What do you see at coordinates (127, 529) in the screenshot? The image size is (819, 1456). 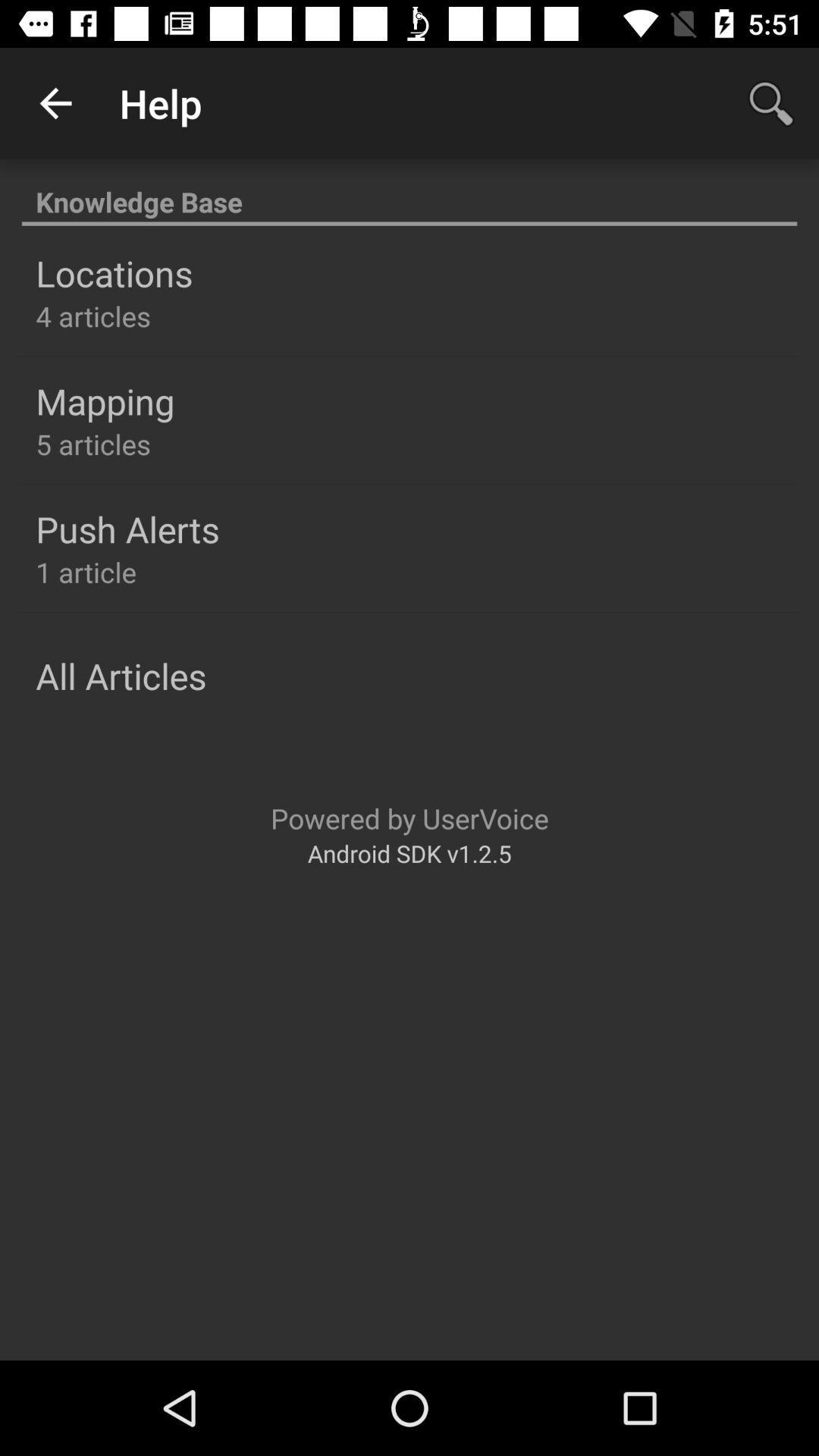 I see `the item above 1 article item` at bounding box center [127, 529].